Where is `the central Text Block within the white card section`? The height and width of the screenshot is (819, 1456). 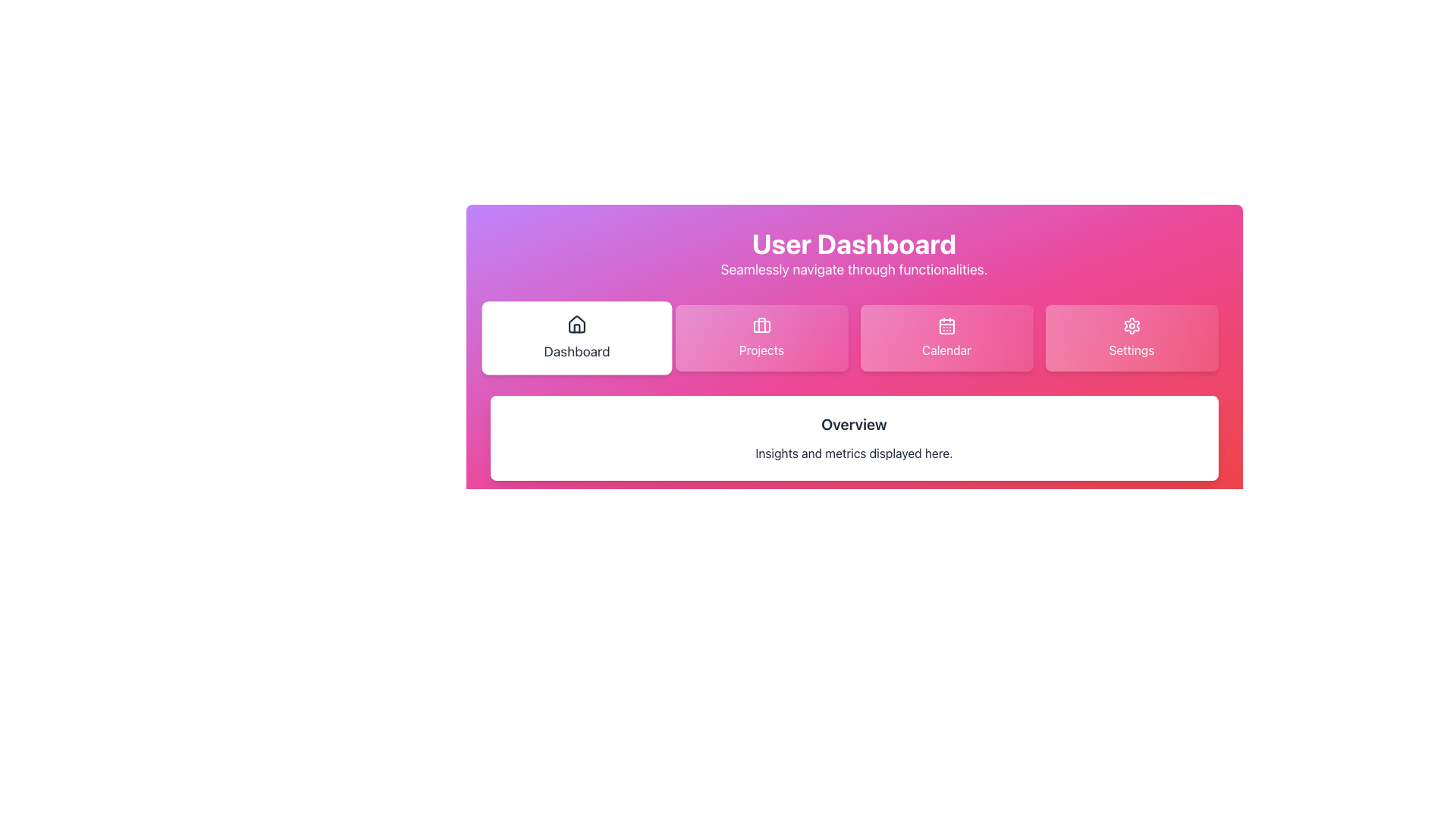
the central Text Block within the white card section is located at coordinates (854, 438).